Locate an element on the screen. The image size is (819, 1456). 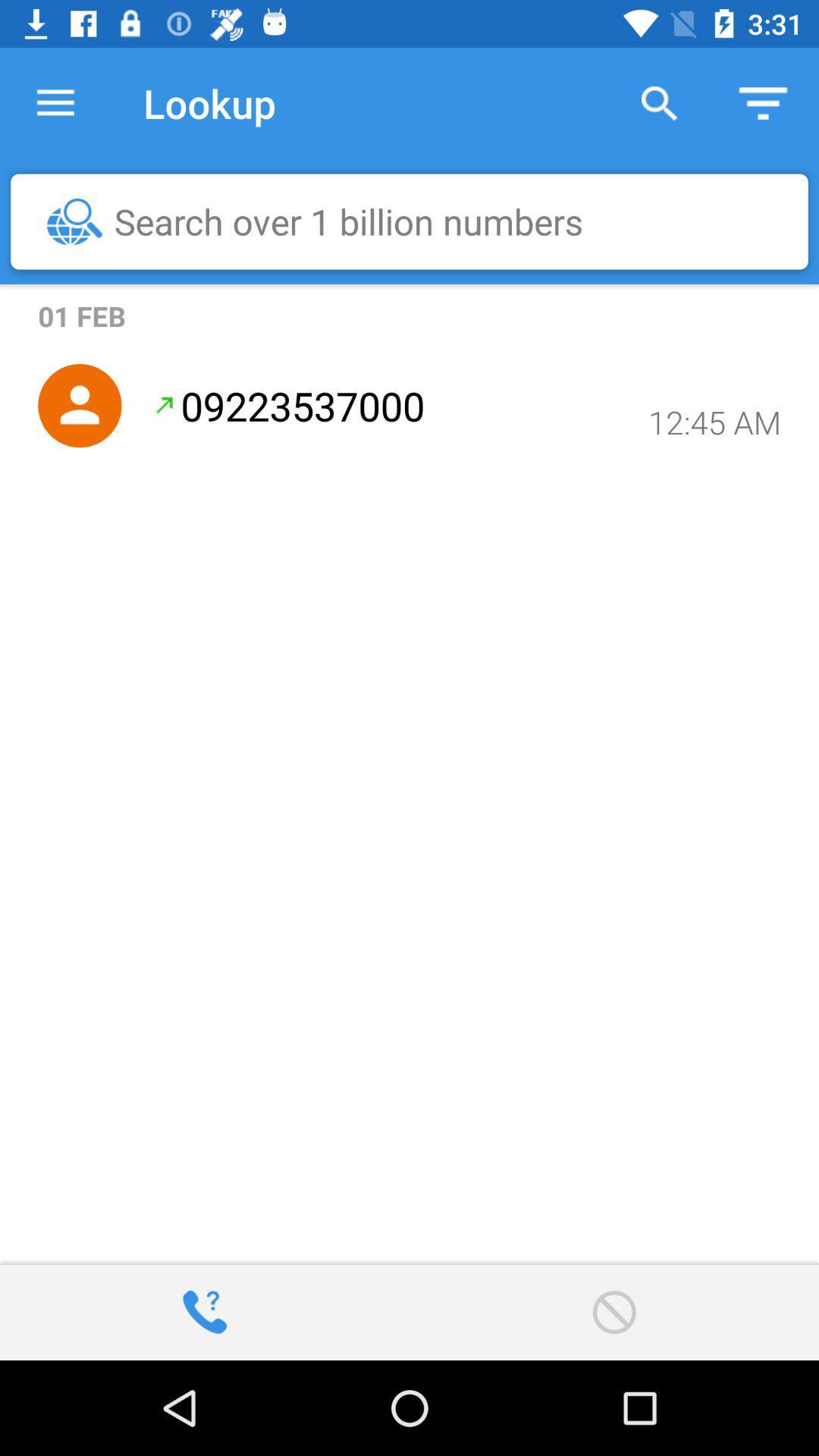
the icon to the left of the search over 1 icon is located at coordinates (74, 221).